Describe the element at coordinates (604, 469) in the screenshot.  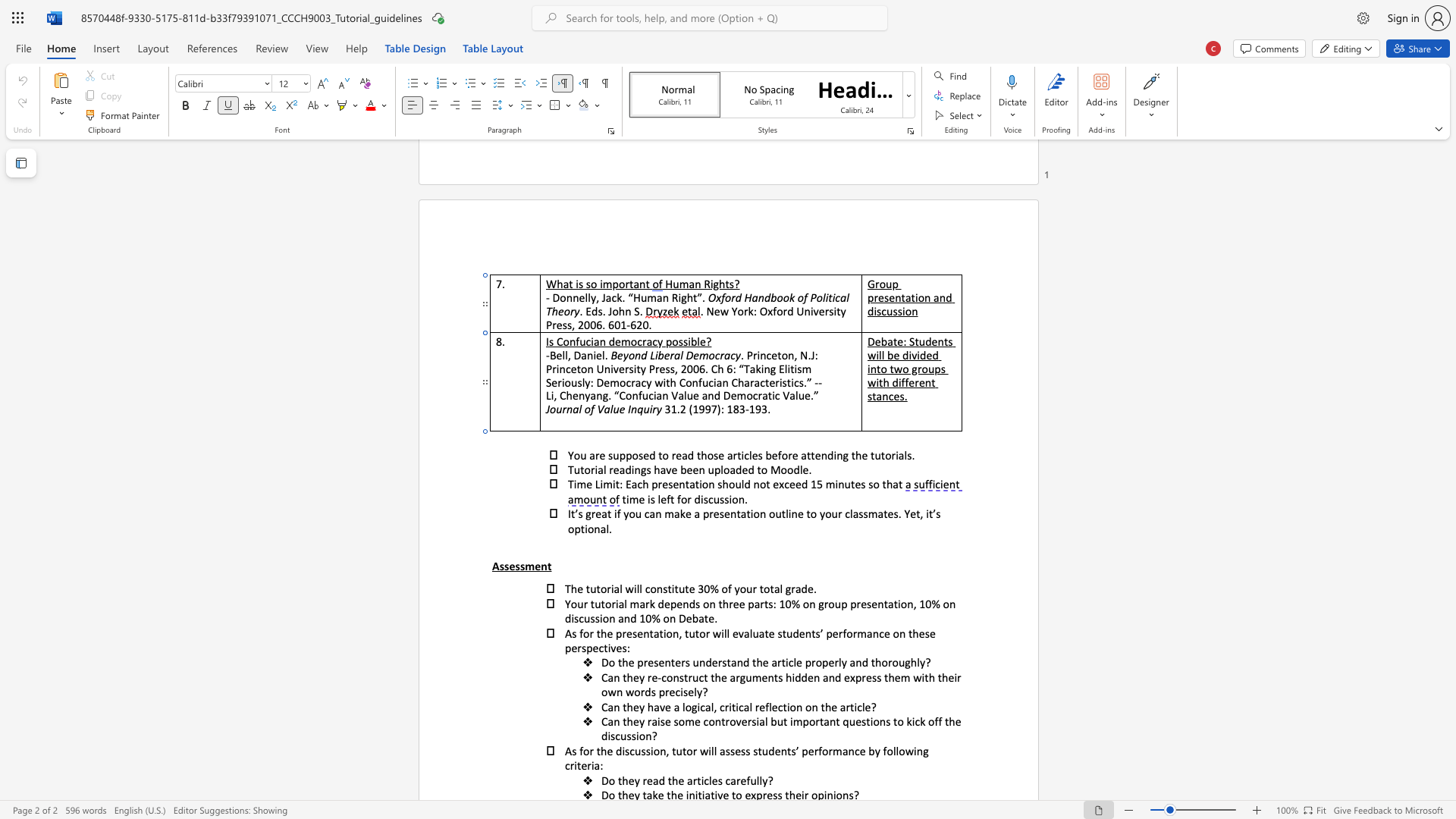
I see `the 1th character "l" in the text` at that location.